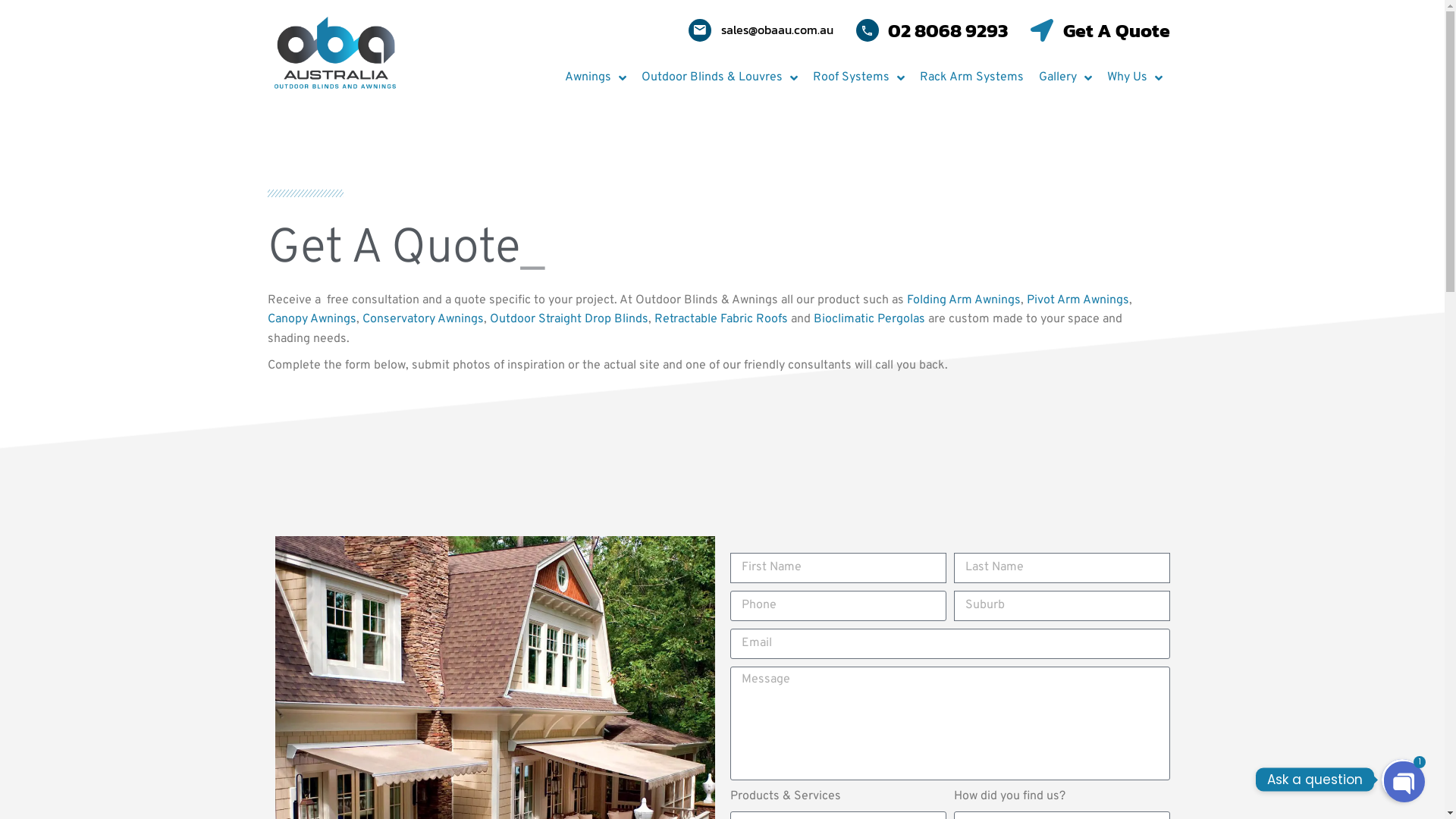 This screenshot has width=1456, height=819. Describe the element at coordinates (868, 318) in the screenshot. I see `'Bioclimatic Pergolas'` at that location.